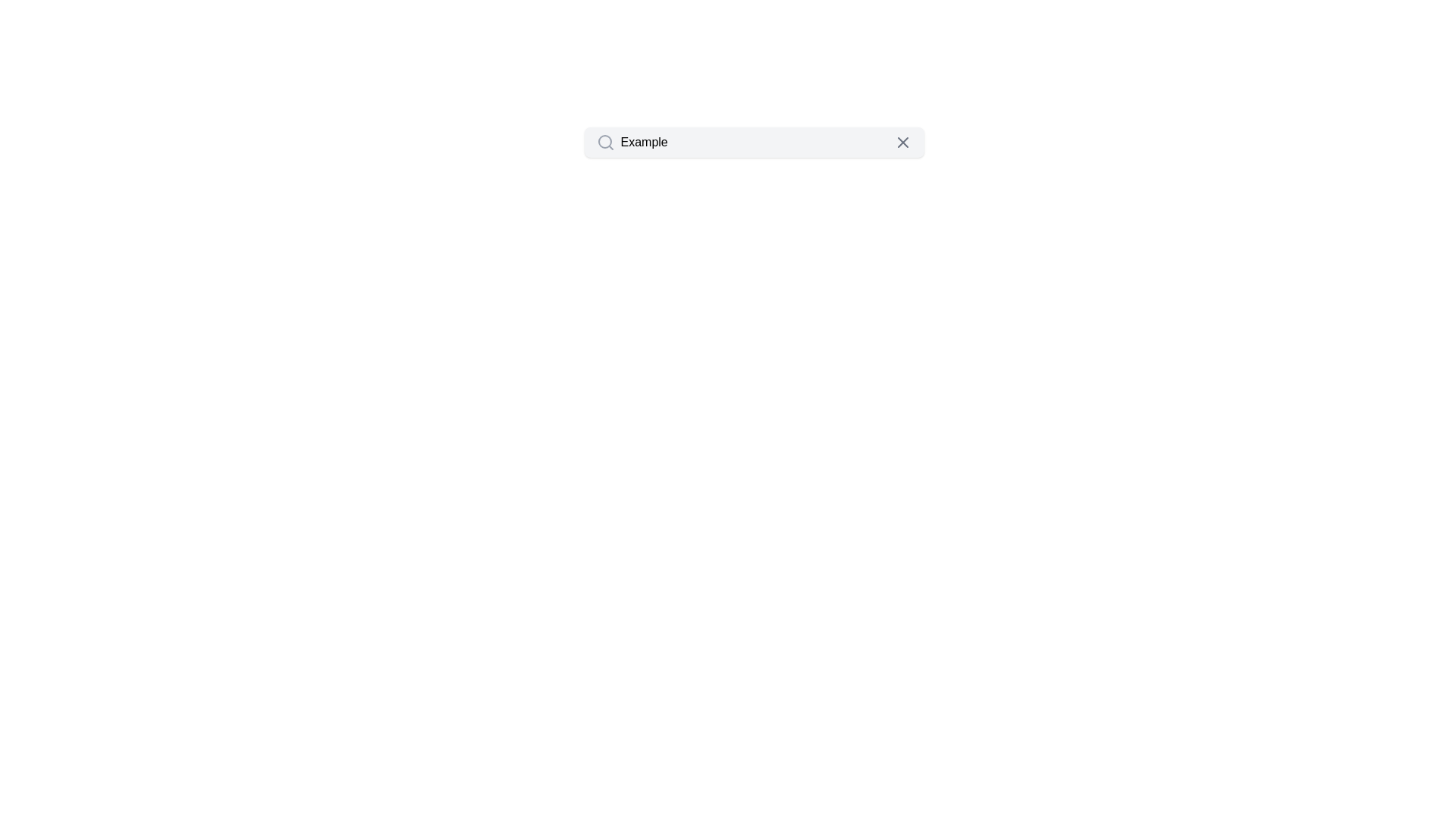 This screenshot has height=819, width=1456. I want to click on the search function icon located at the leftmost side of the search bar component, so click(604, 143).